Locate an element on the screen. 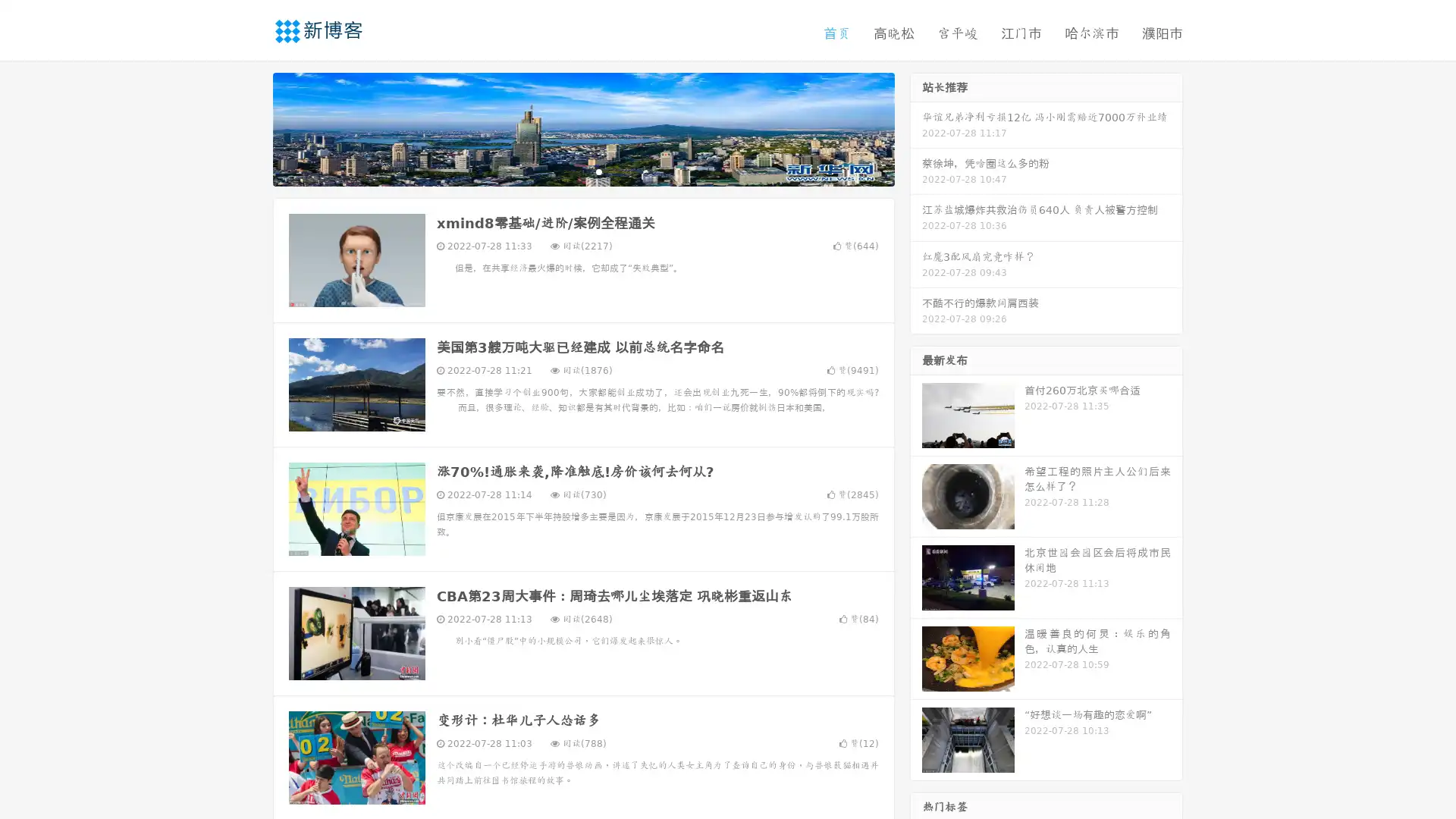 The height and width of the screenshot is (819, 1456). Go to slide 1 is located at coordinates (567, 171).